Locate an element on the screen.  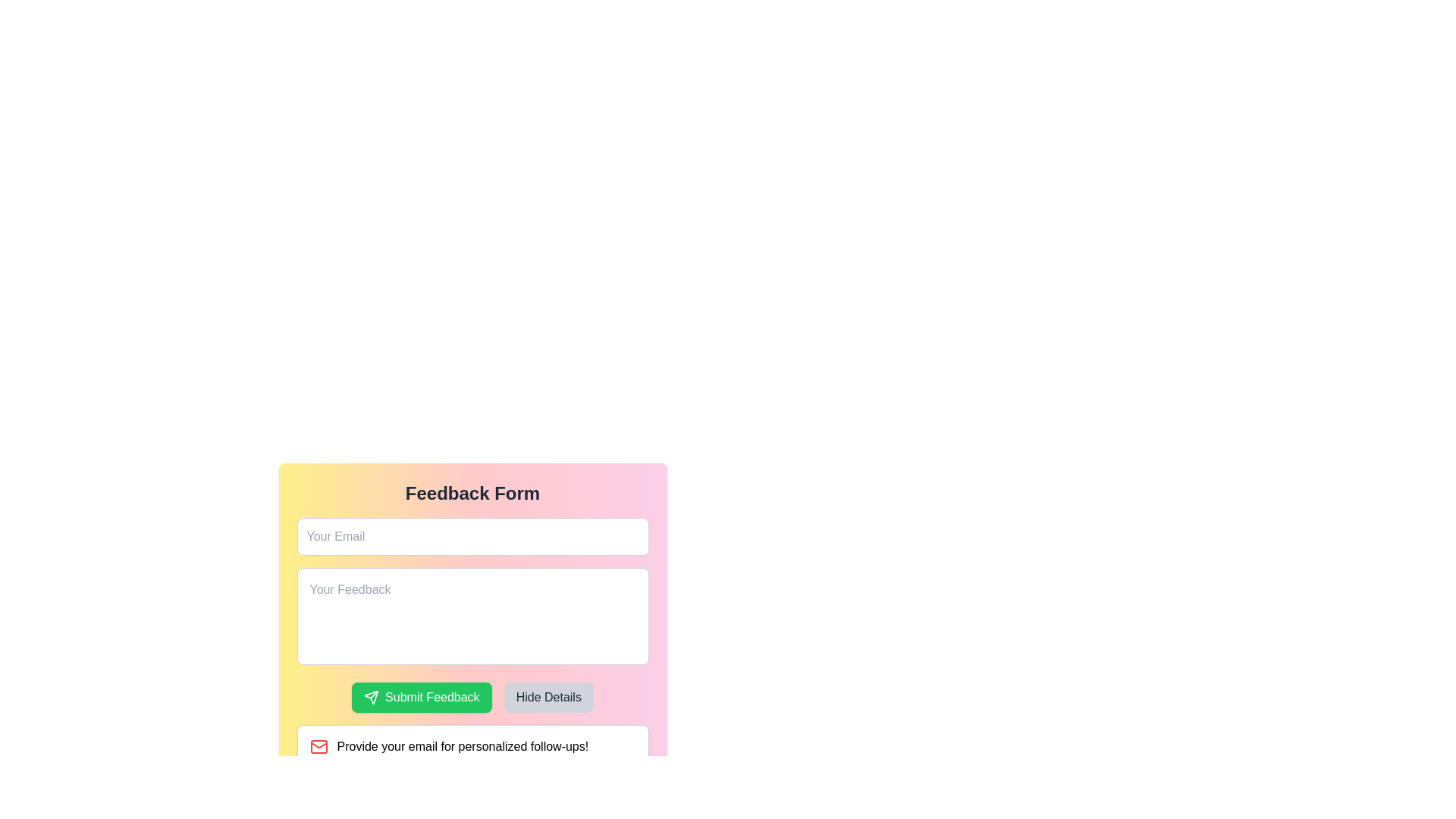
the second button in the form, positioned to the right of the green 'Submit Feedback' button, to observe a background color change is located at coordinates (548, 698).